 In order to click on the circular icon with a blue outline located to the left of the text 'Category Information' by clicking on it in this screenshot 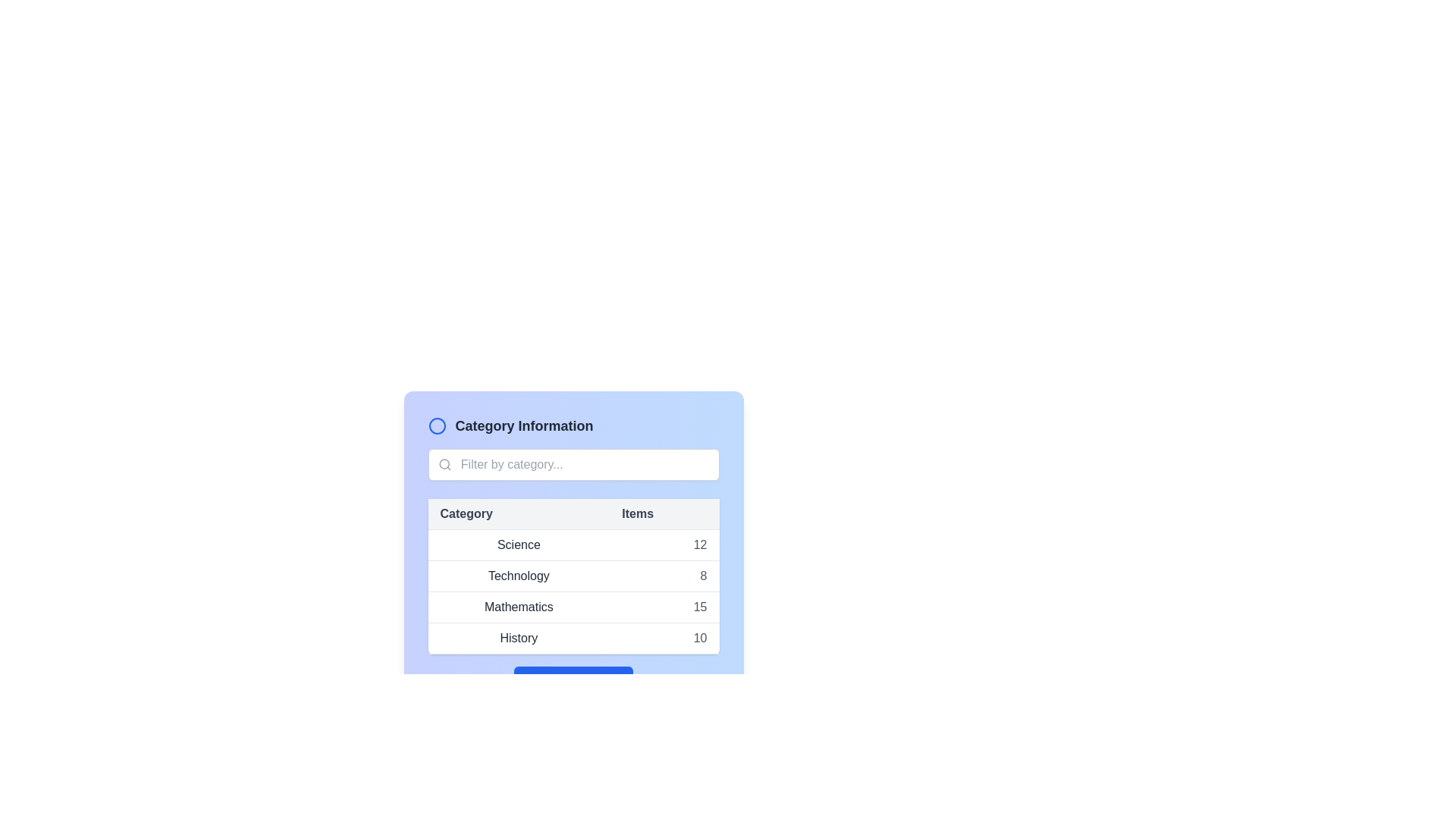, I will do `click(436, 426)`.